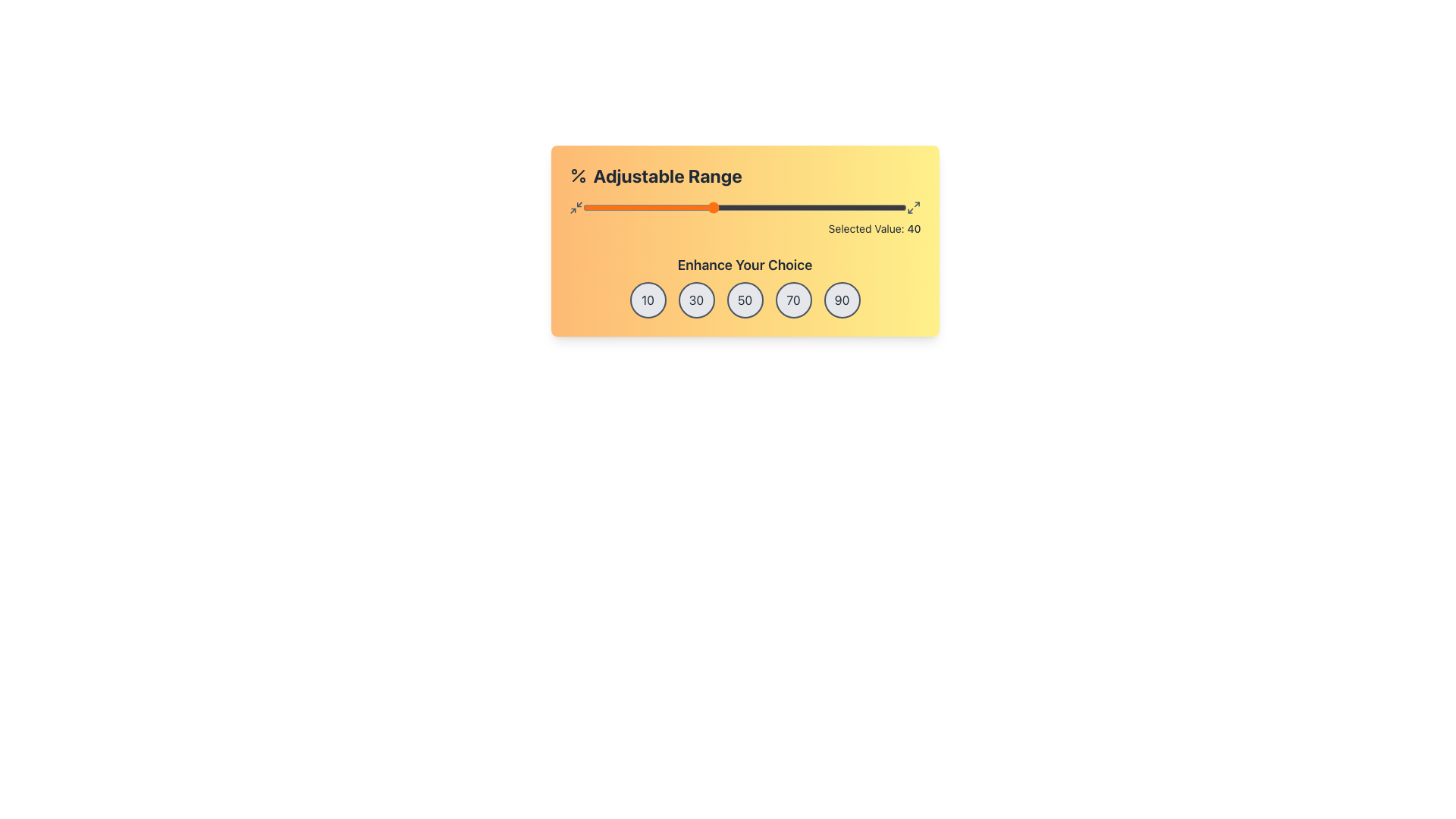 Image resolution: width=1456 pixels, height=819 pixels. Describe the element at coordinates (773, 207) in the screenshot. I see `the slider value` at that location.